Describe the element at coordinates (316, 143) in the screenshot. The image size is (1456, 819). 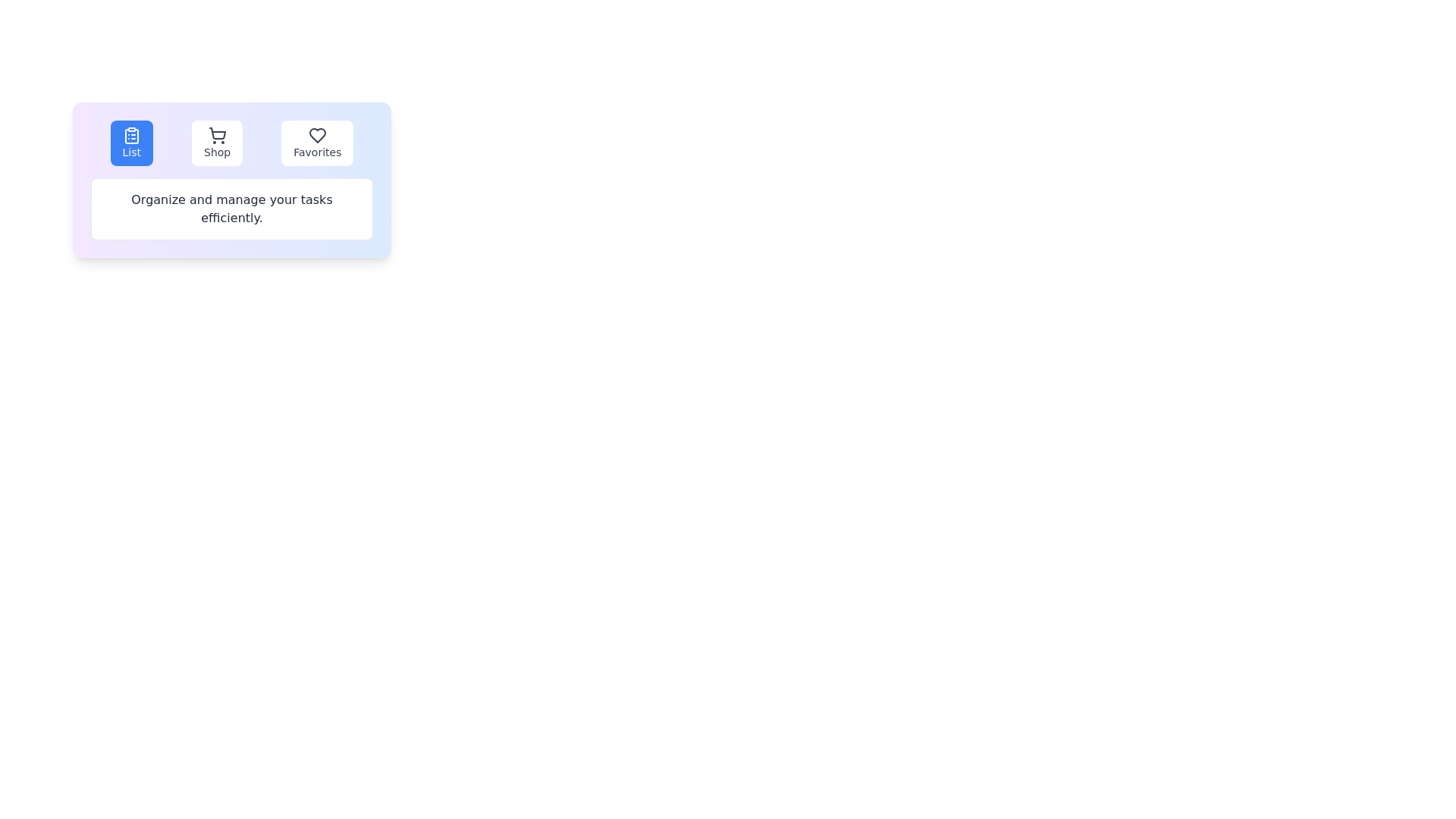
I see `the tab labeled Favorites to view its content` at that location.